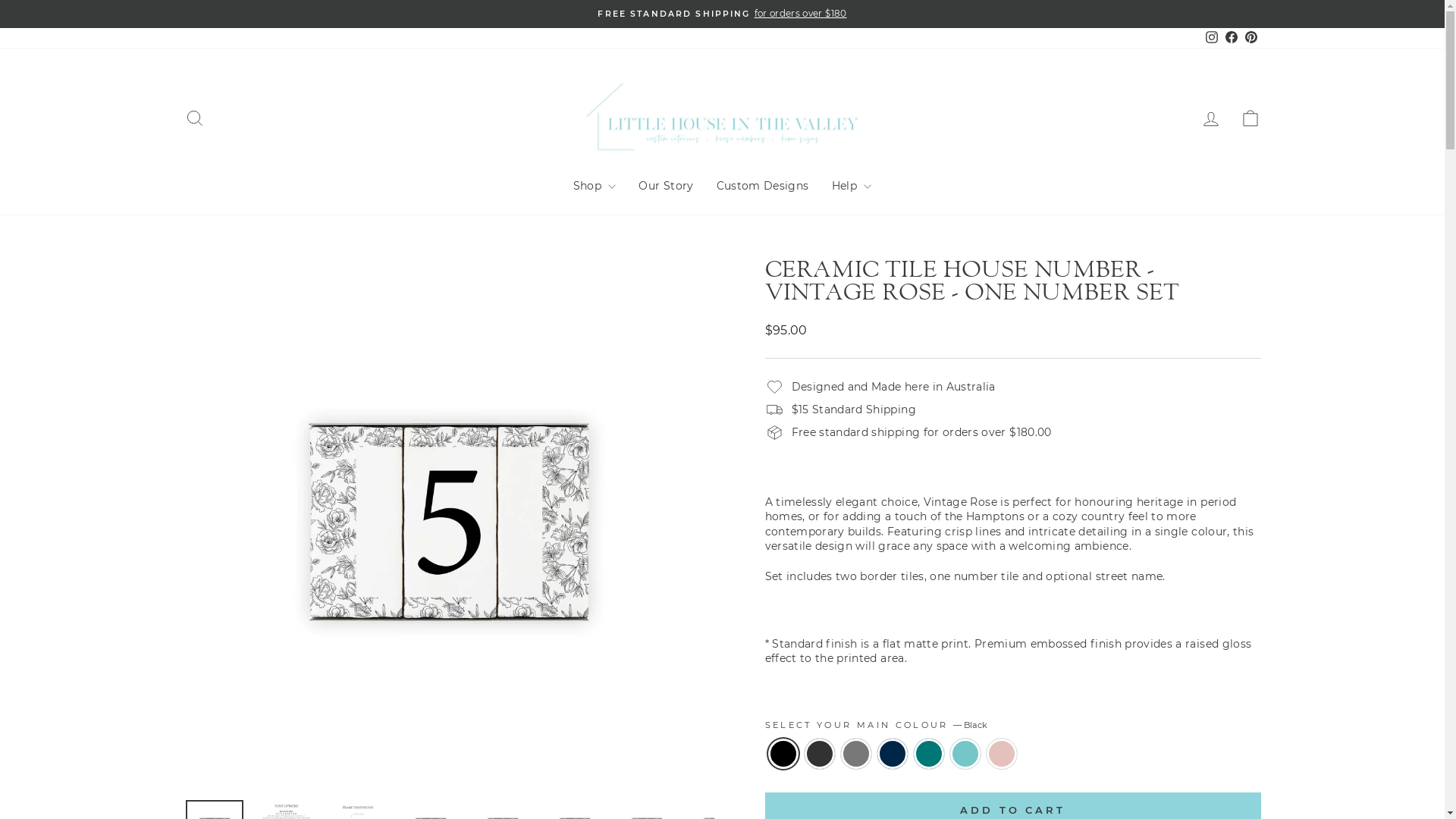 This screenshot has height=819, width=1456. I want to click on 'instagram, so click(1200, 37).